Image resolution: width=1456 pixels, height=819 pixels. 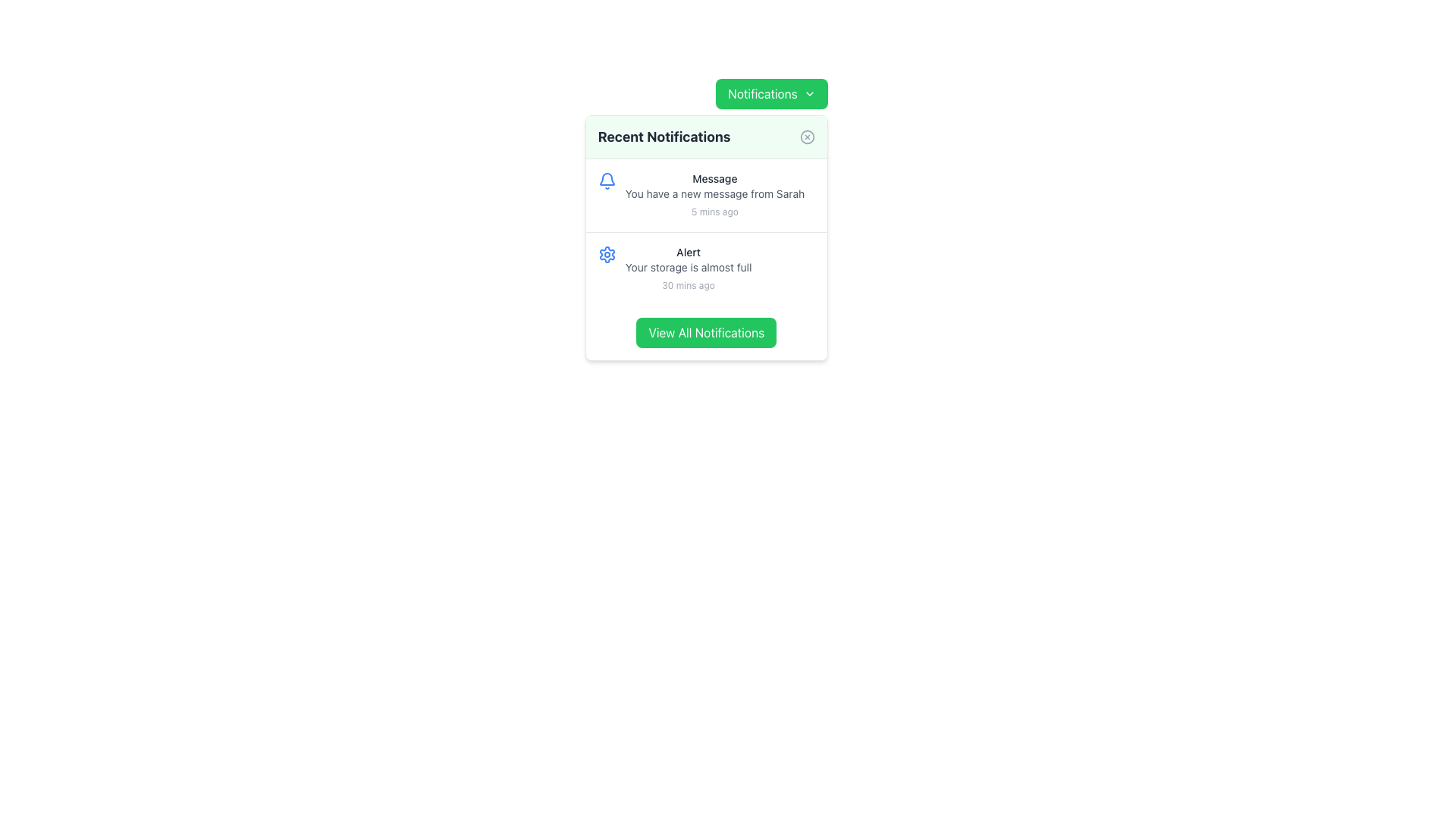 What do you see at coordinates (714, 195) in the screenshot?
I see `the top notification entry that says 'You have a new message from Sarah' under the 'Recent Notifications' header` at bounding box center [714, 195].